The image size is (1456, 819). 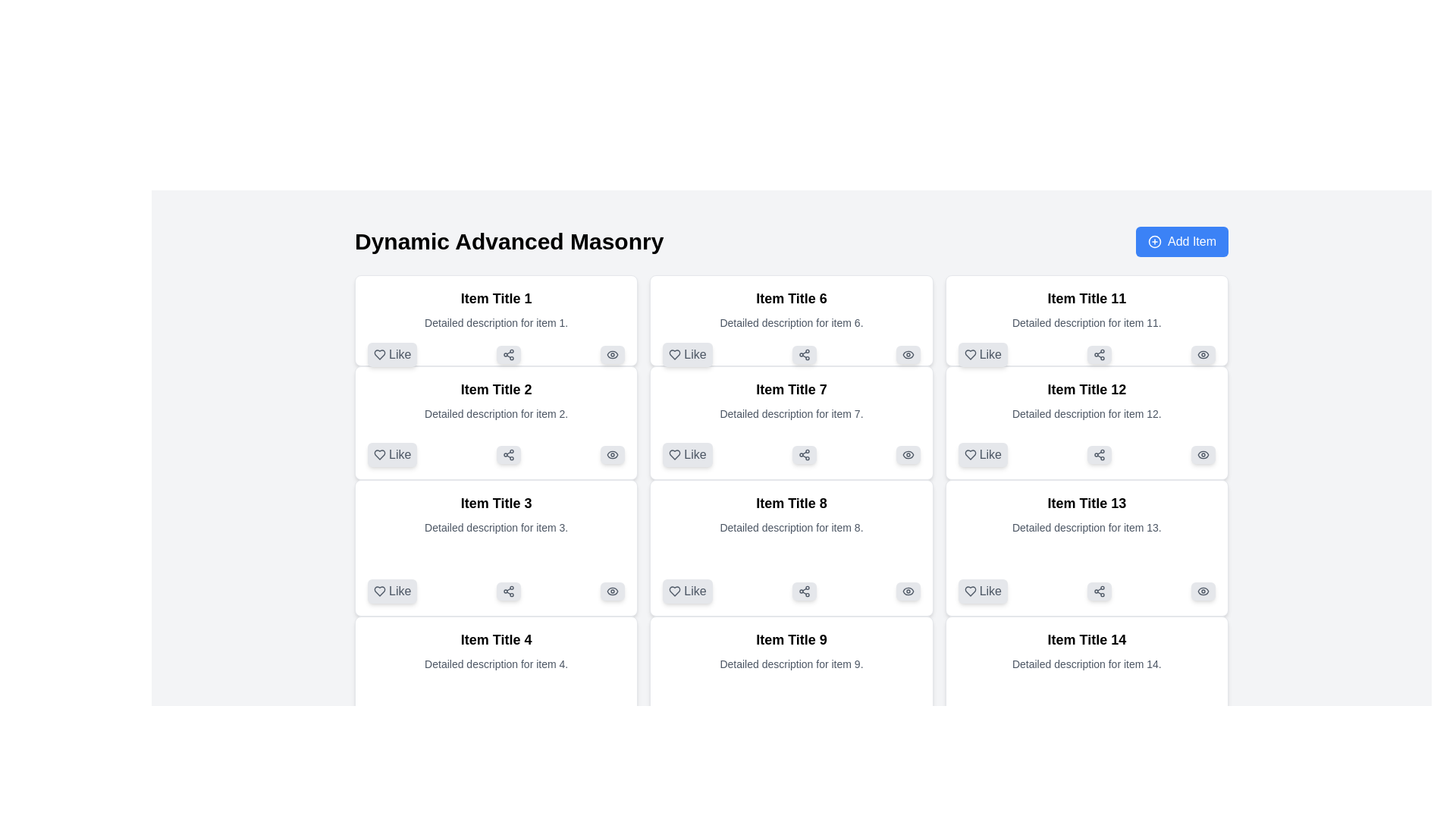 I want to click on the rounded rectangular 'Like' button with a heart outline icon located at the bottom-left corner of the card labeled 'Item Title 12', so click(x=983, y=454).